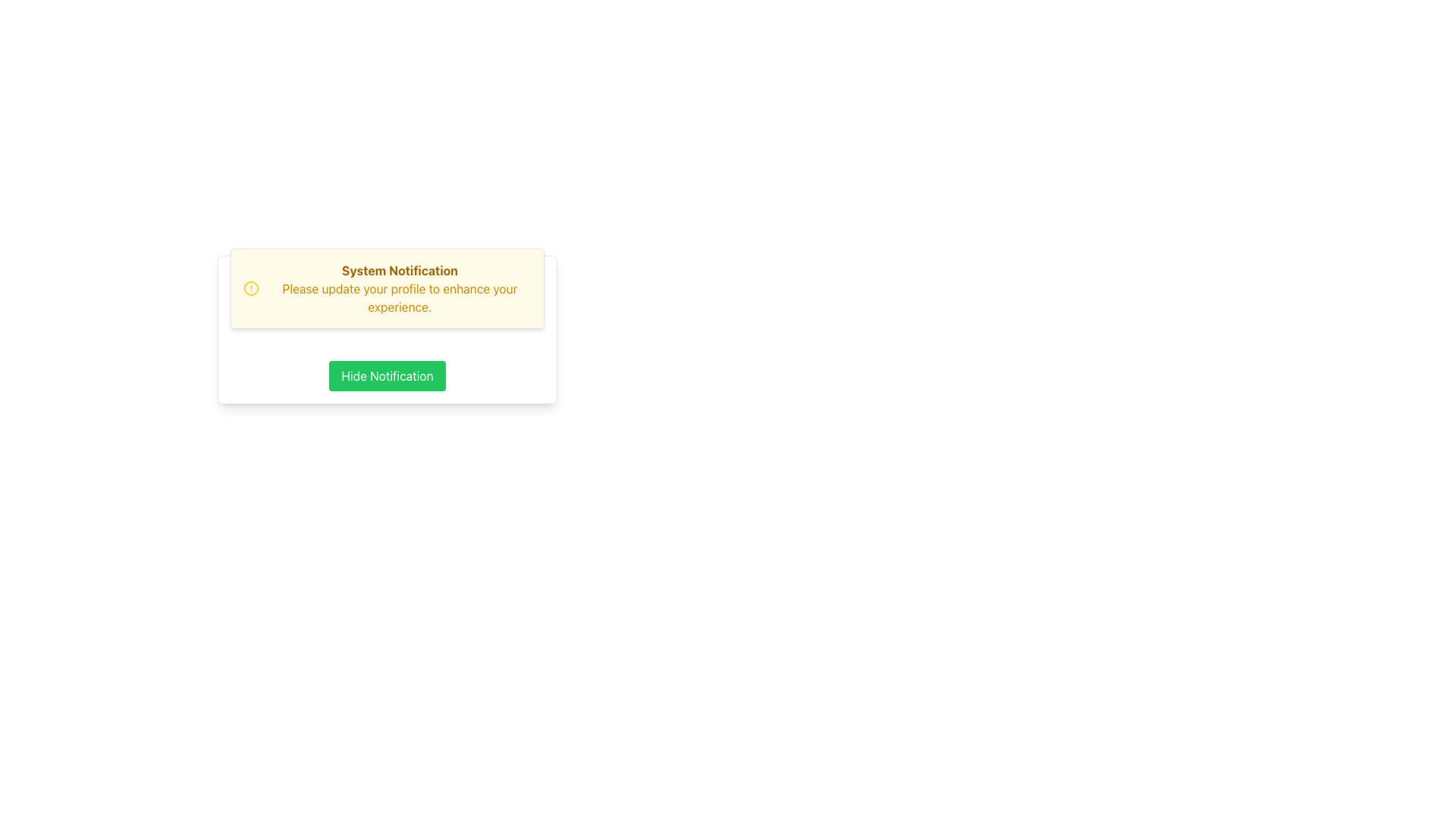 Image resolution: width=1456 pixels, height=819 pixels. I want to click on the non-interactive Text Block that prompts the user to update their profile, located near the center of the yellow box, so click(400, 304).